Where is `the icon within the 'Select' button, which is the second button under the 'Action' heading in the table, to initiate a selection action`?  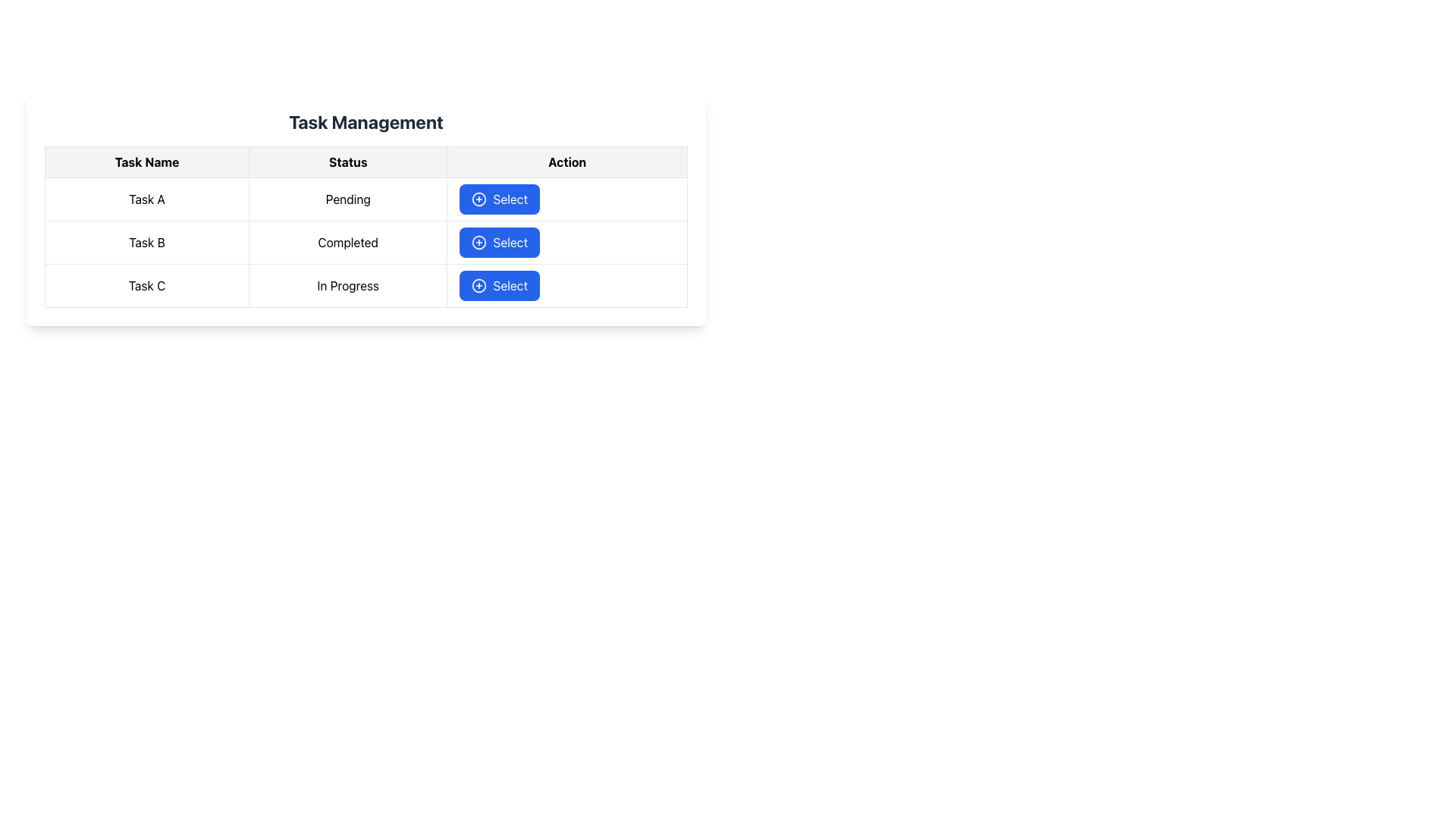
the icon within the 'Select' button, which is the second button under the 'Action' heading in the table, to initiate a selection action is located at coordinates (479, 242).